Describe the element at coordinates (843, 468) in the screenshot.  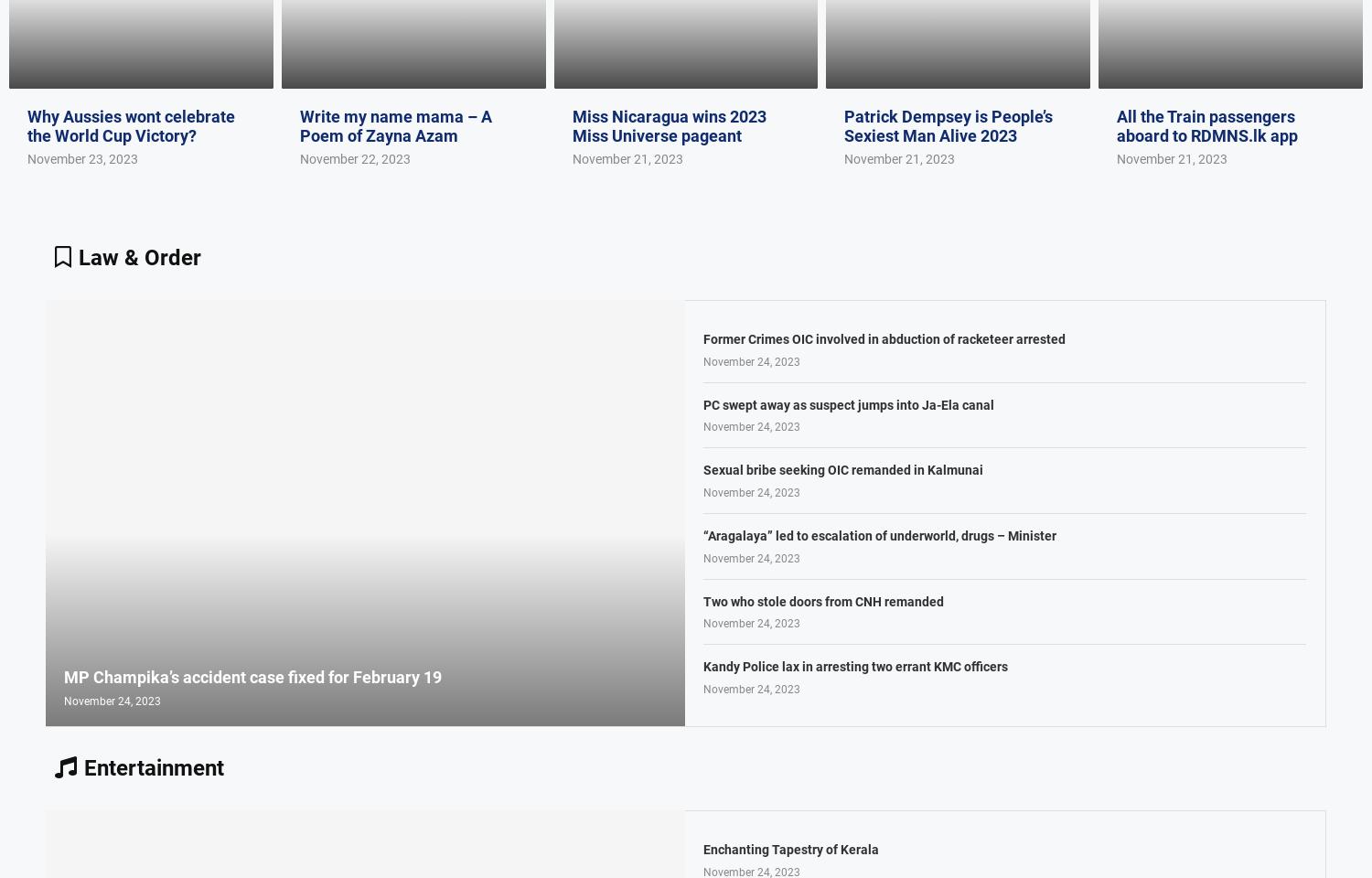
I see `'Sexual bribe seeking OIC remanded in Kalmunai'` at that location.